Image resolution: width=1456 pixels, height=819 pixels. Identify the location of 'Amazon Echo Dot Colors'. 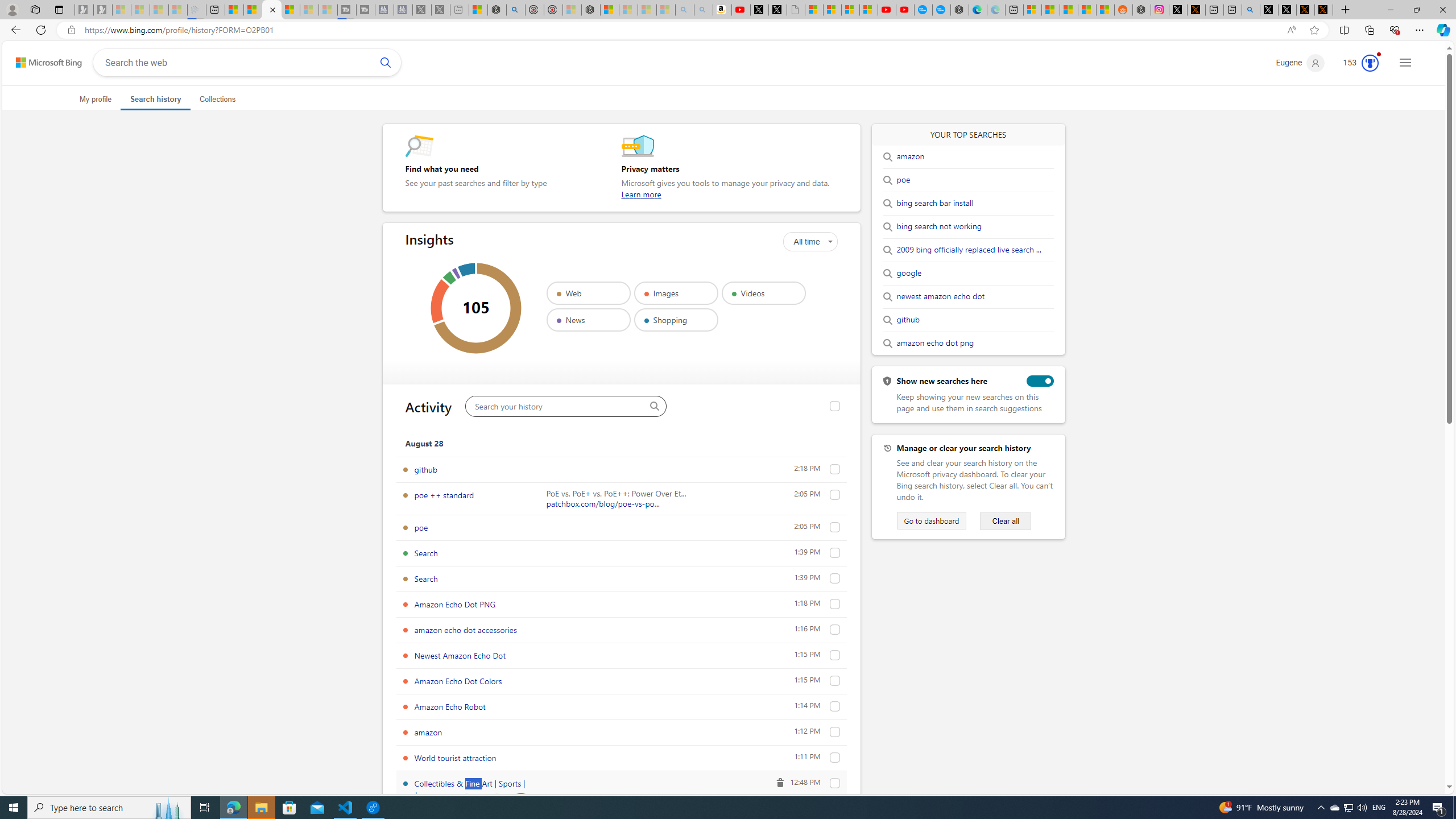
(457, 680).